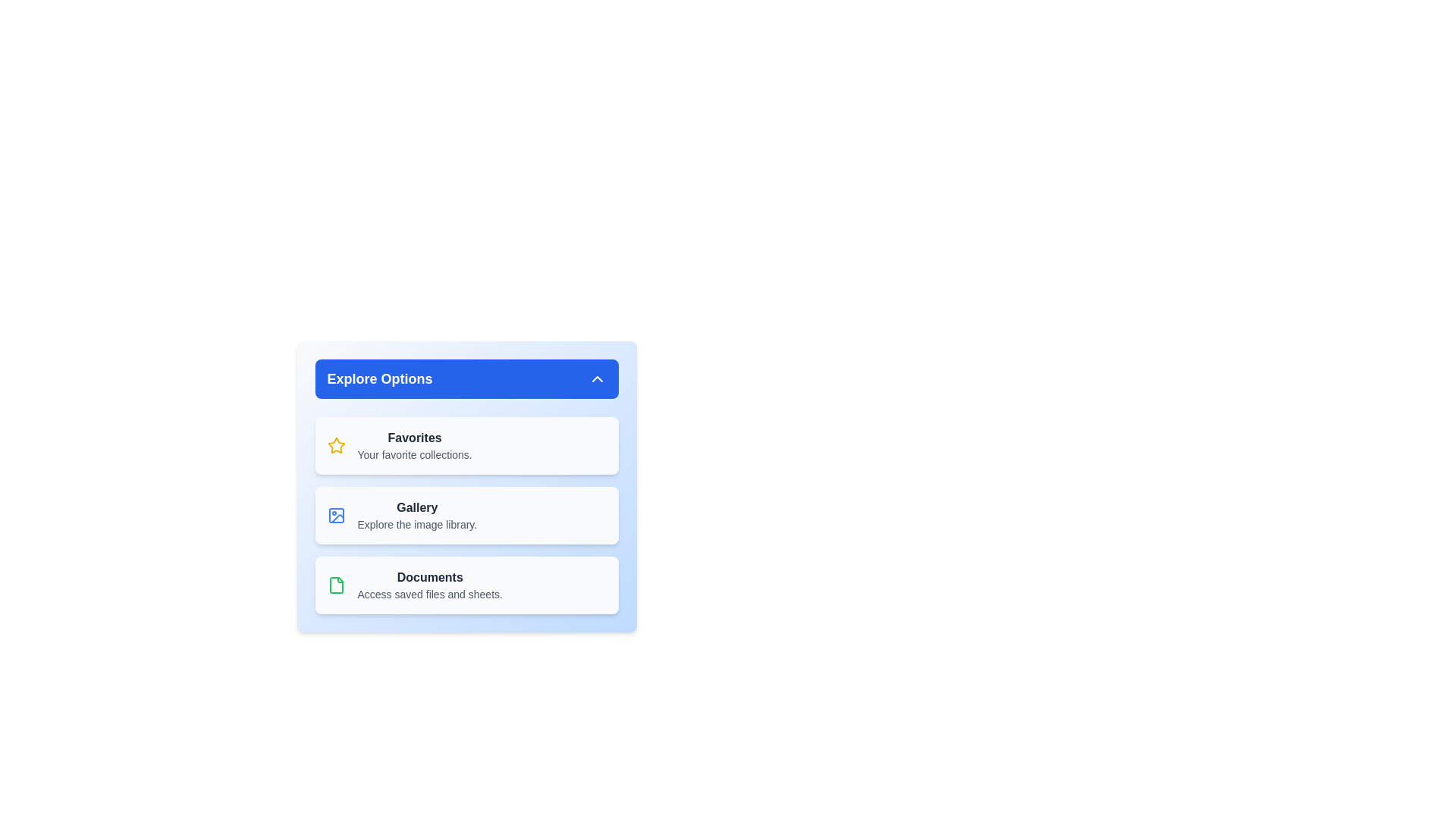  I want to click on the third list item labeled 'Documents' in the 'Explore Options' section to activate for accessibility navigation, so click(429, 584).